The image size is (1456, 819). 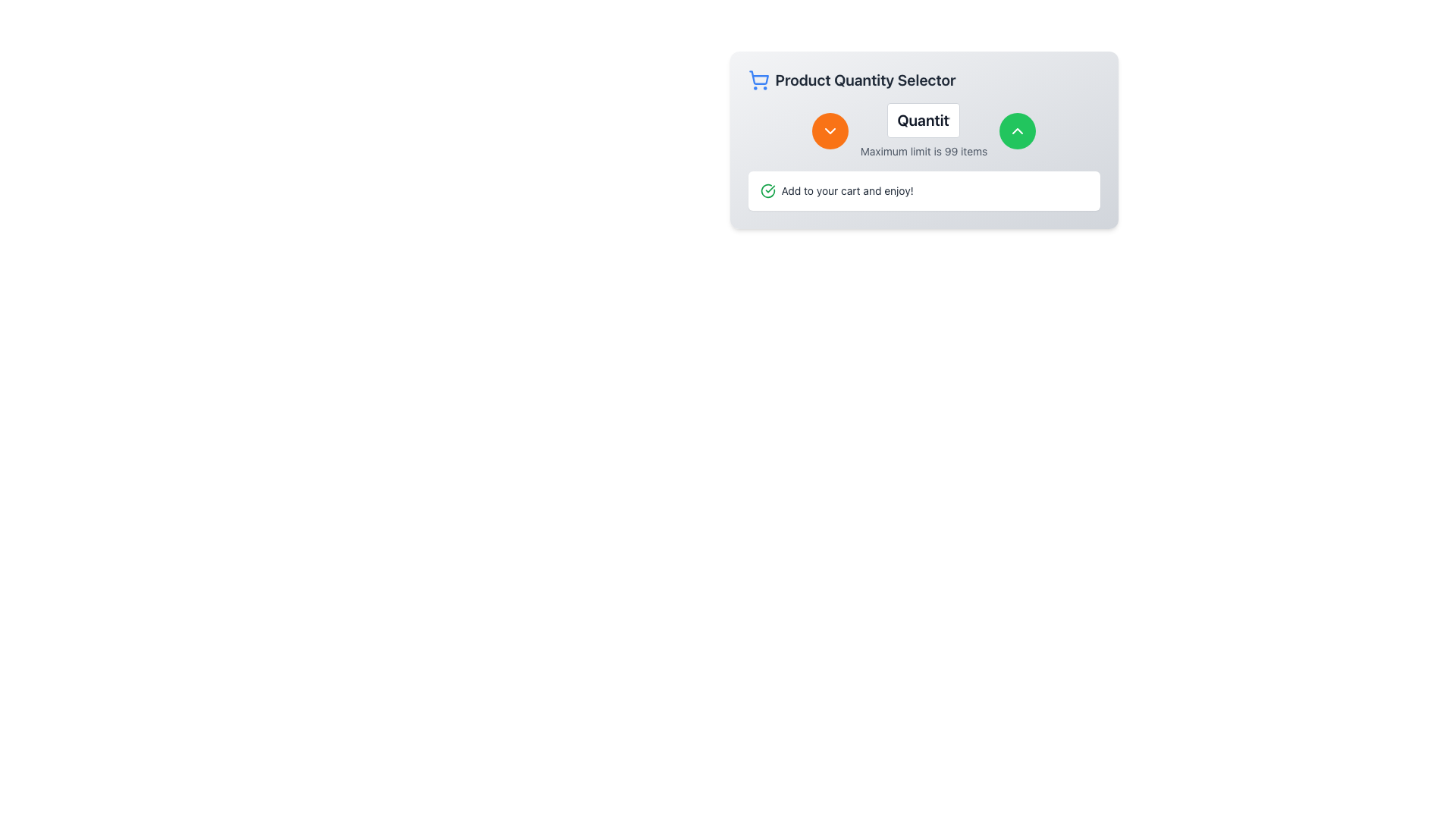 What do you see at coordinates (1018, 130) in the screenshot?
I see `the green circular button with a white upward-pointing chevron to increase the quantity` at bounding box center [1018, 130].